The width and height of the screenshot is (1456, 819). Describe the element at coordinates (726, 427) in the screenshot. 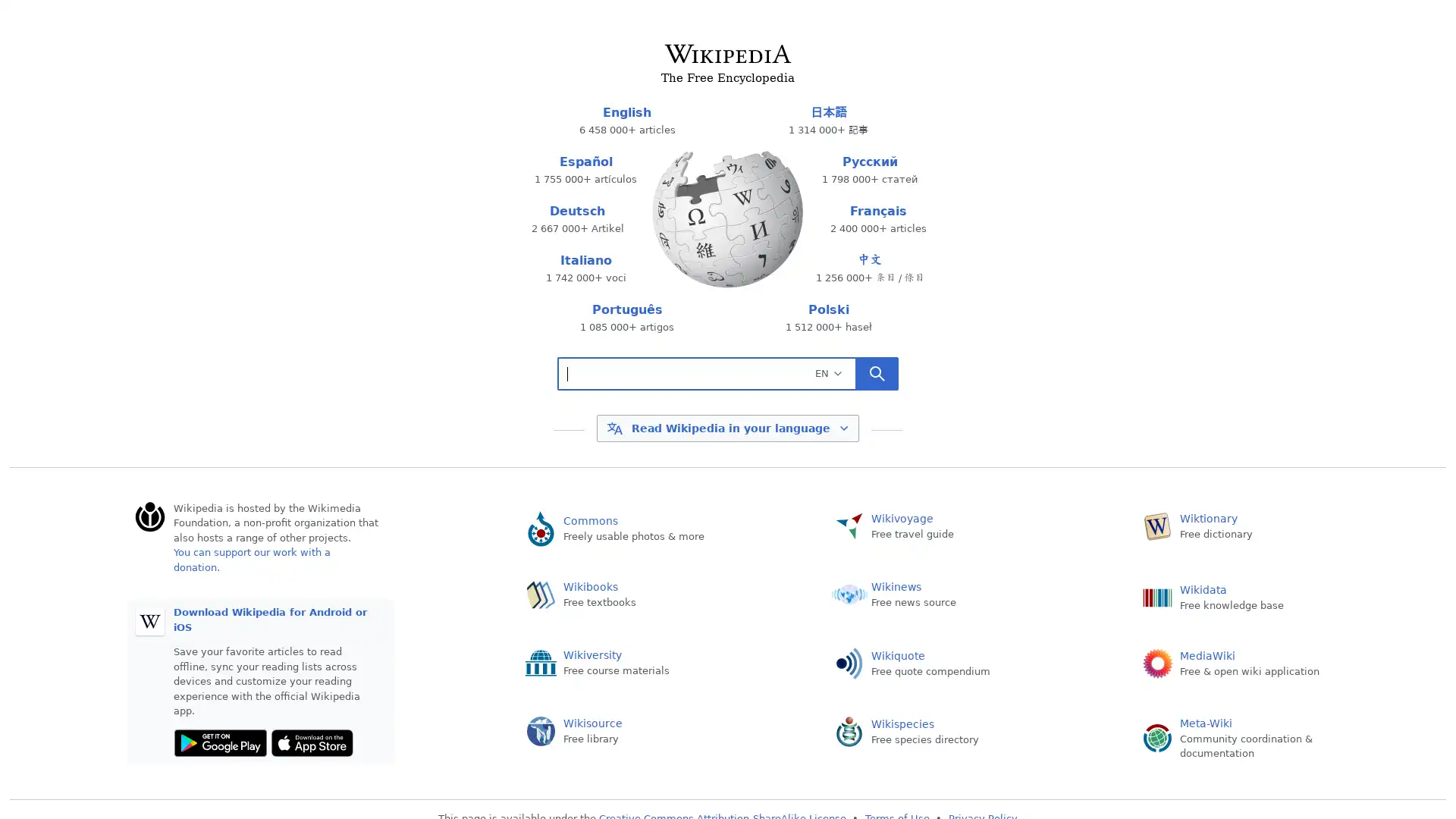

I see `Read Wikipedia in your language` at that location.